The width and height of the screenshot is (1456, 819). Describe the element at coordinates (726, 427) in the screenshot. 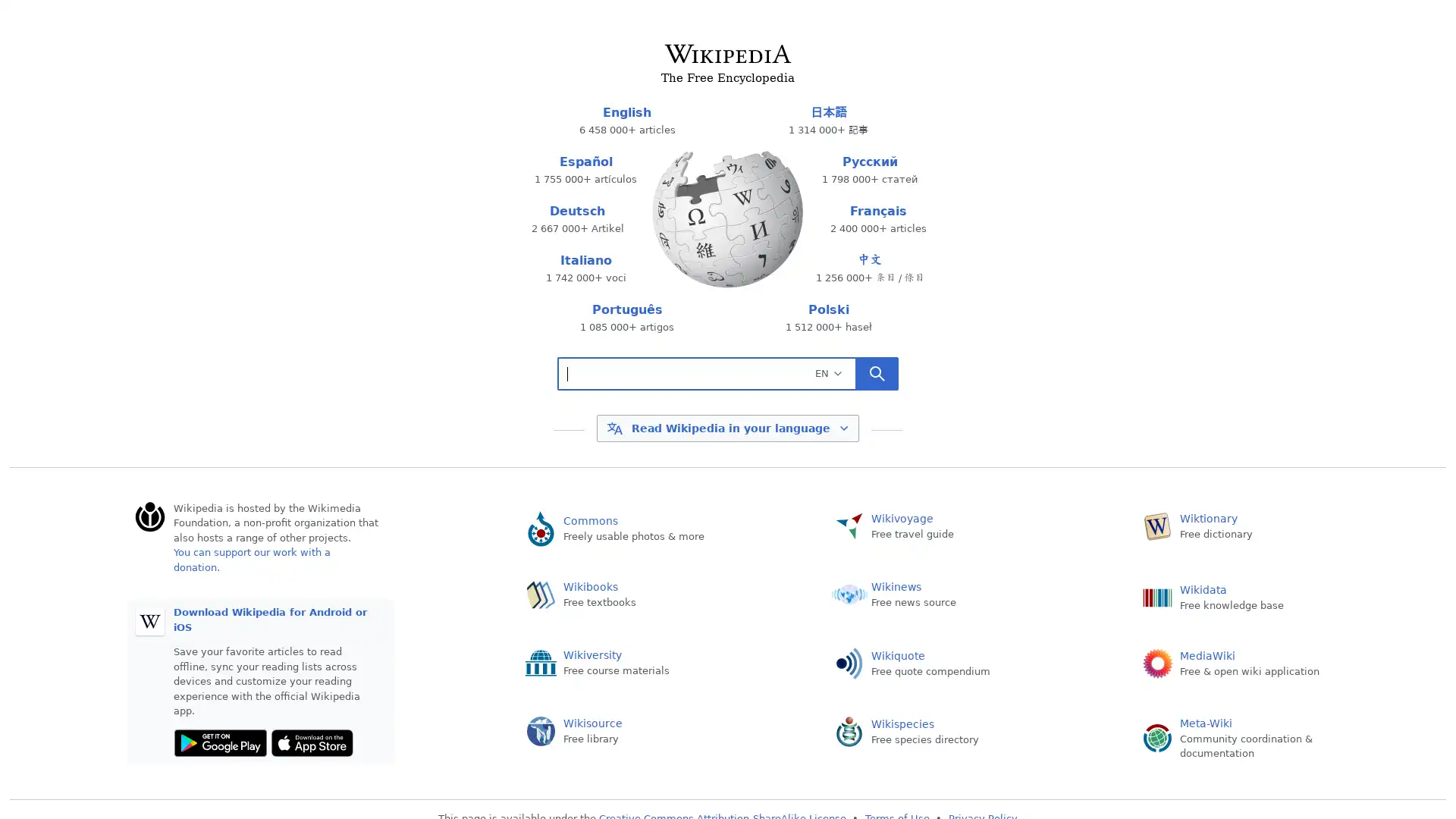

I see `Read Wikipedia in your language` at that location.